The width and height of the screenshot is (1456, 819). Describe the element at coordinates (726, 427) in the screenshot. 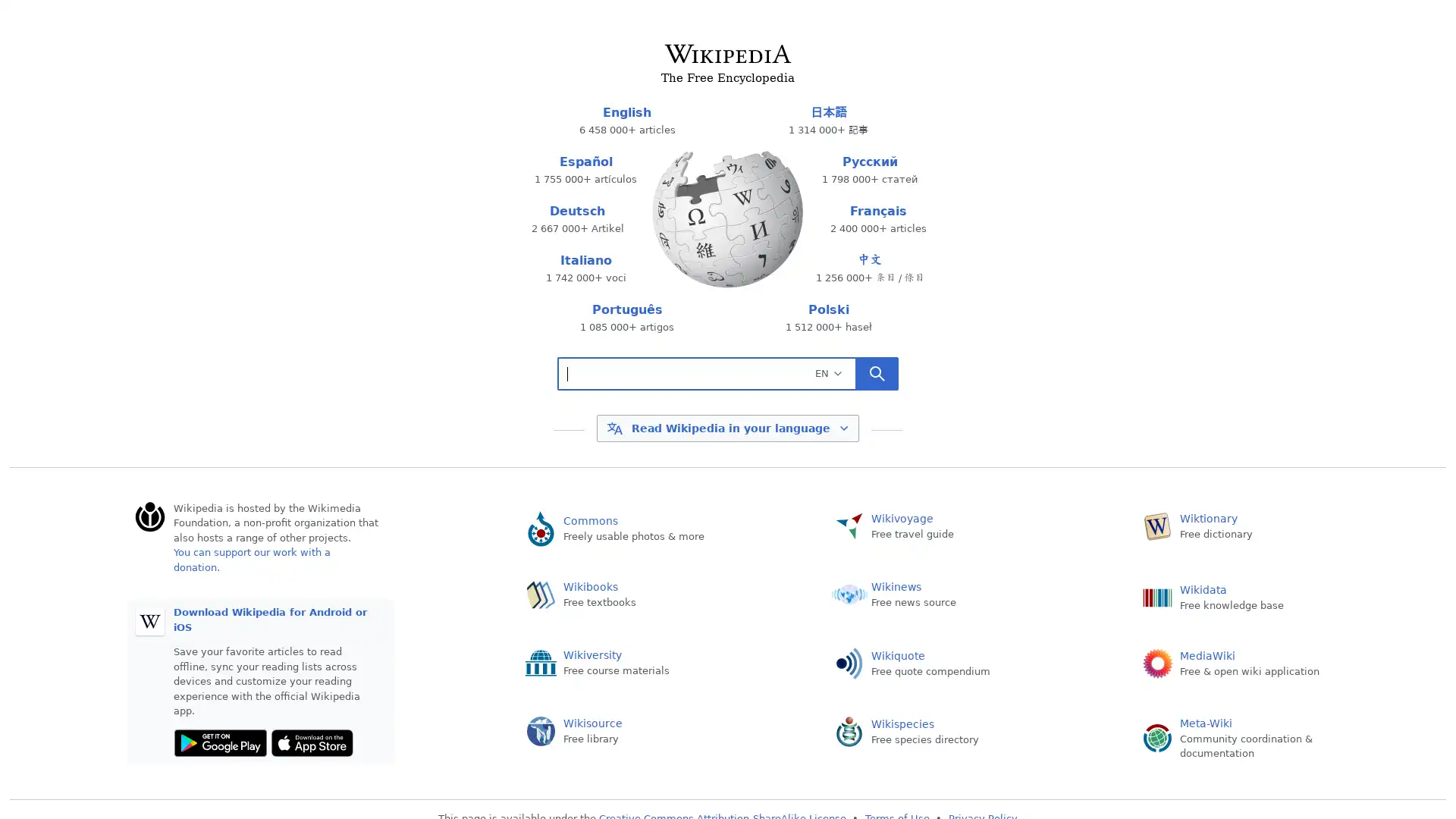

I see `Read Wikipedia in your language` at that location.